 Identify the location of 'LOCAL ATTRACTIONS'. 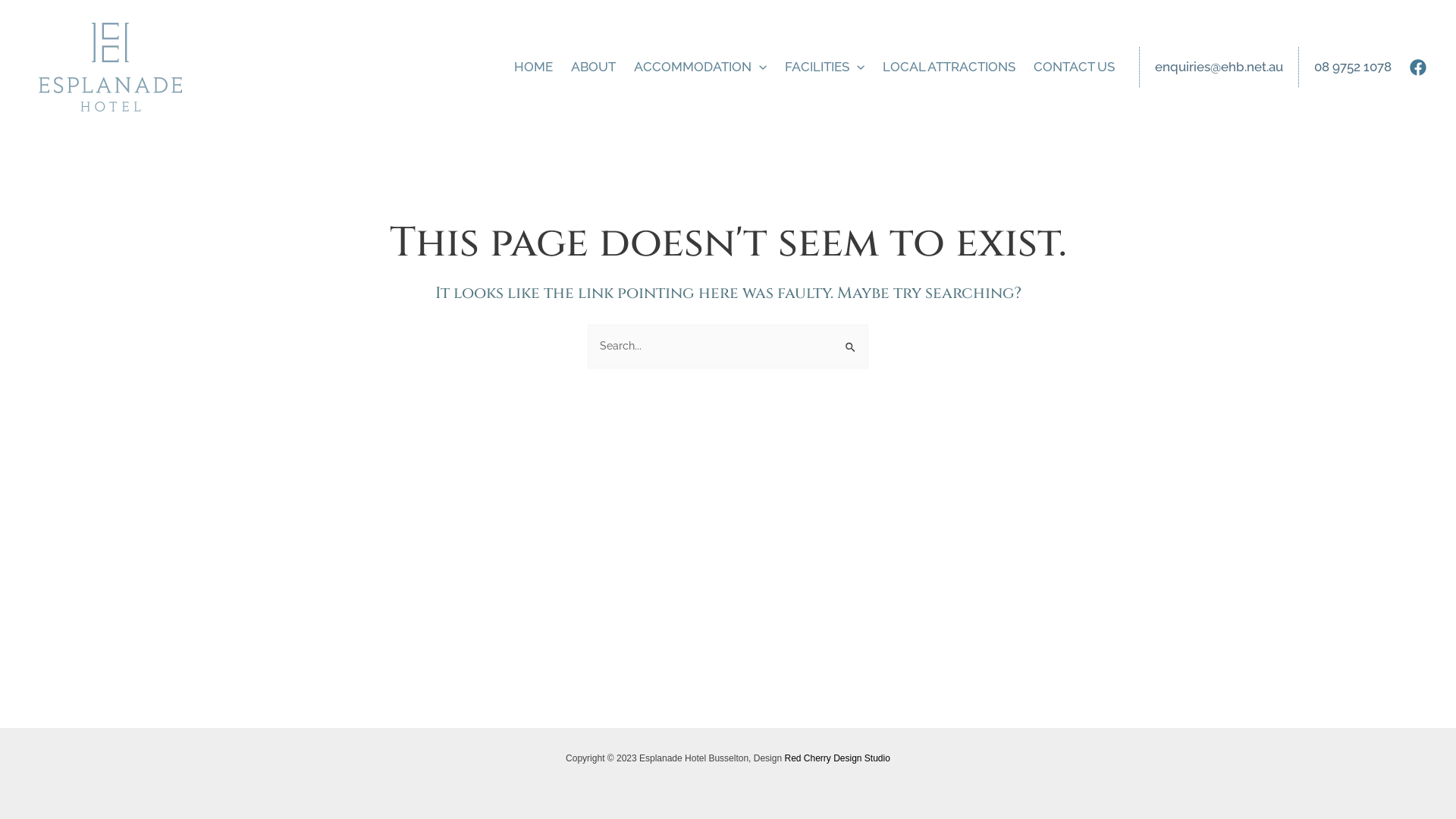
(874, 66).